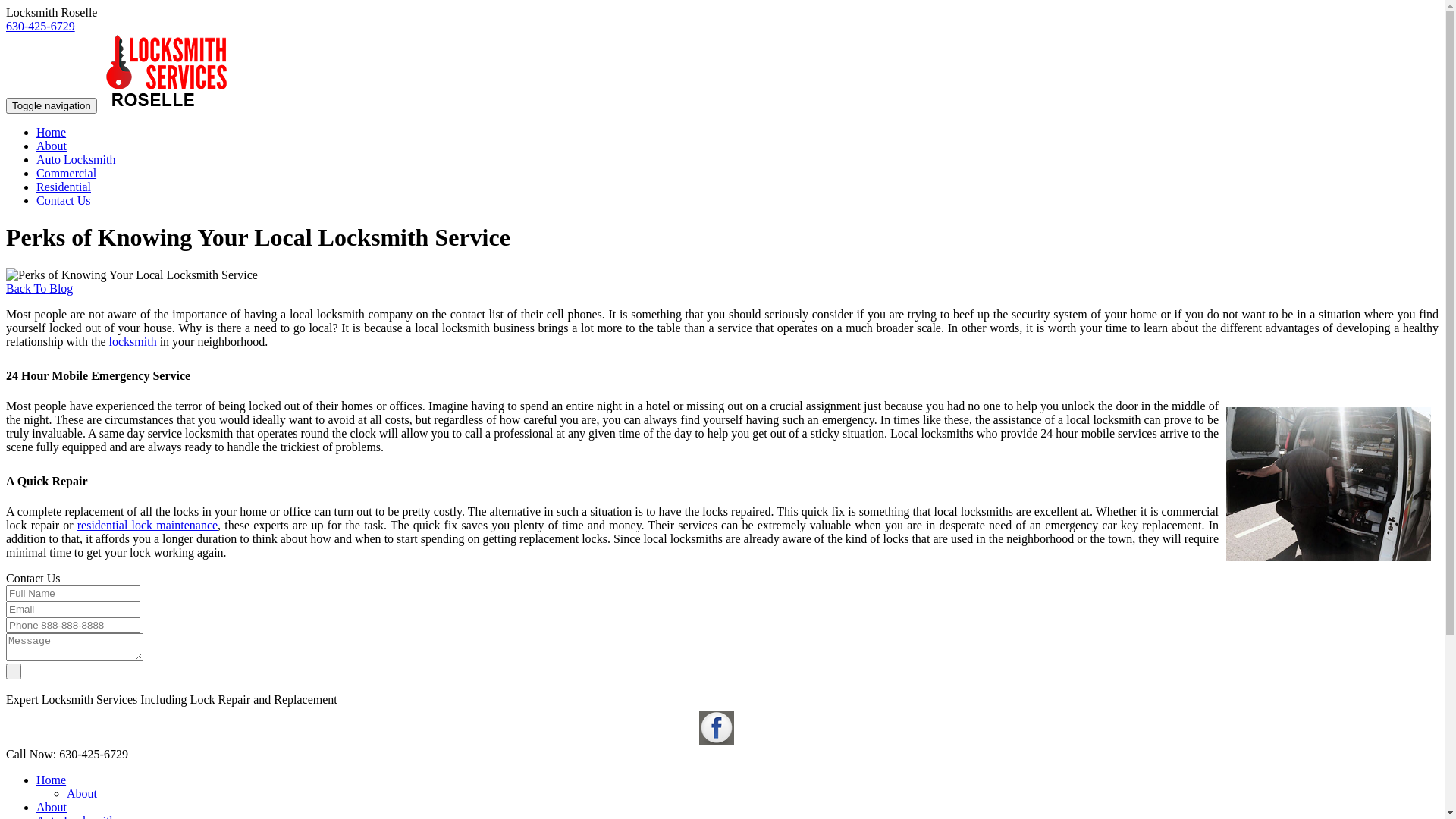 This screenshot has width=1456, height=819. What do you see at coordinates (40, 26) in the screenshot?
I see `'630-425-6729'` at bounding box center [40, 26].